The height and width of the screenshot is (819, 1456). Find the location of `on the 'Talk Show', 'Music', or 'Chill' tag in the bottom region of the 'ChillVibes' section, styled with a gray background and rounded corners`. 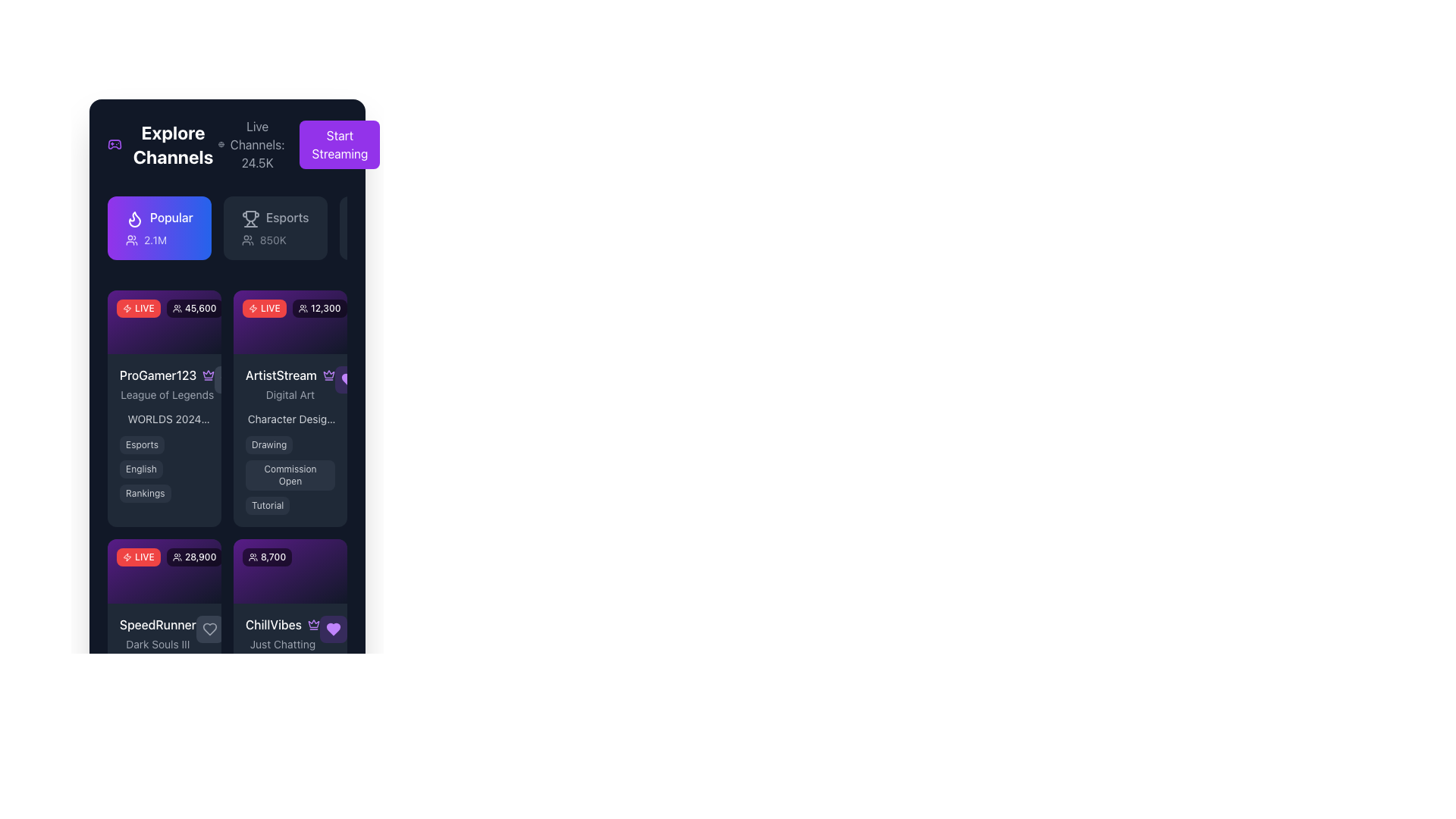

on the 'Talk Show', 'Music', or 'Chill' tag in the bottom region of the 'ChillVibes' section, styled with a gray background and rounded corners is located at coordinates (290, 706).